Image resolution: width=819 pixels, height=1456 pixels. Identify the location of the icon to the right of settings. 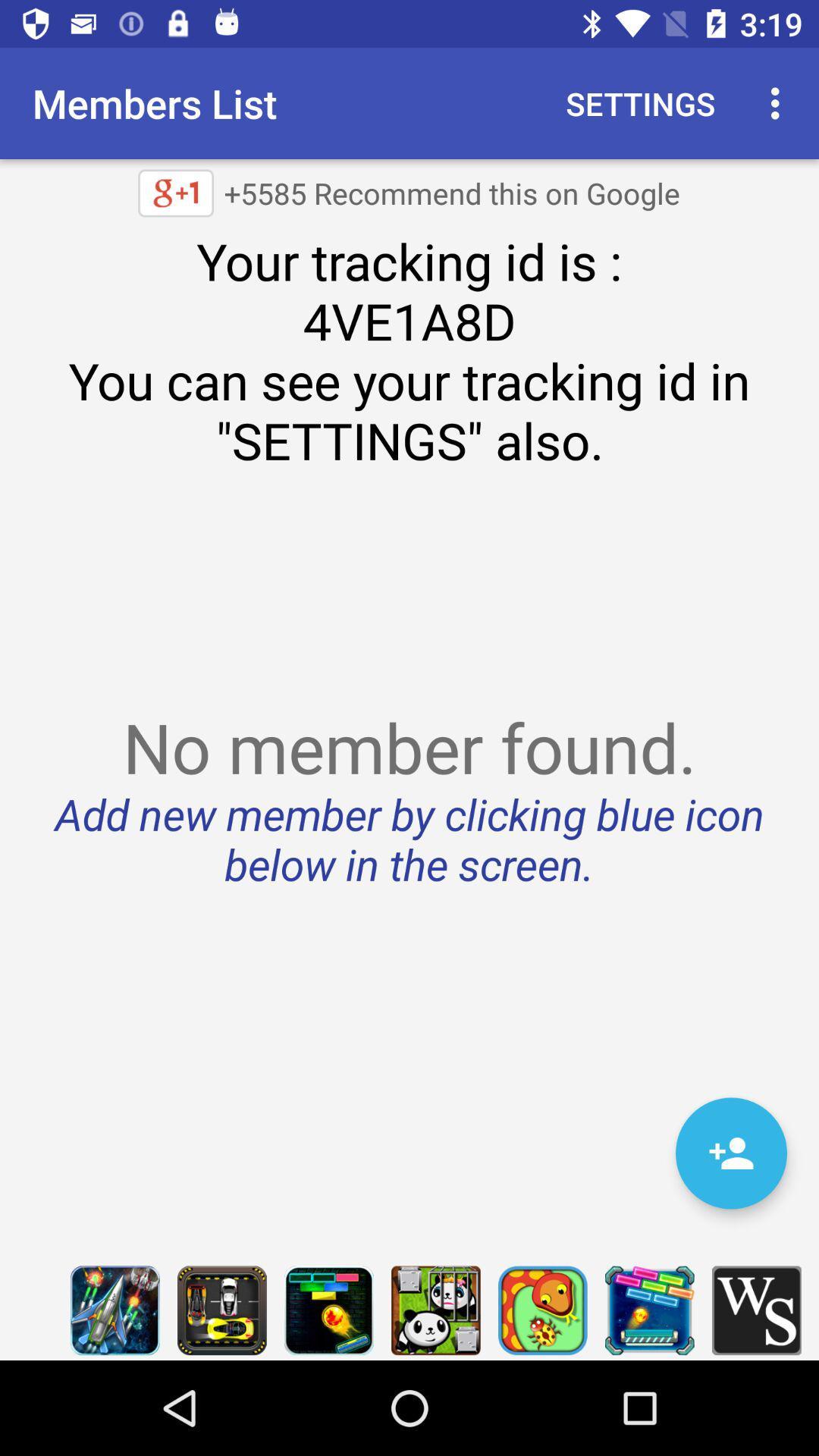
(779, 102).